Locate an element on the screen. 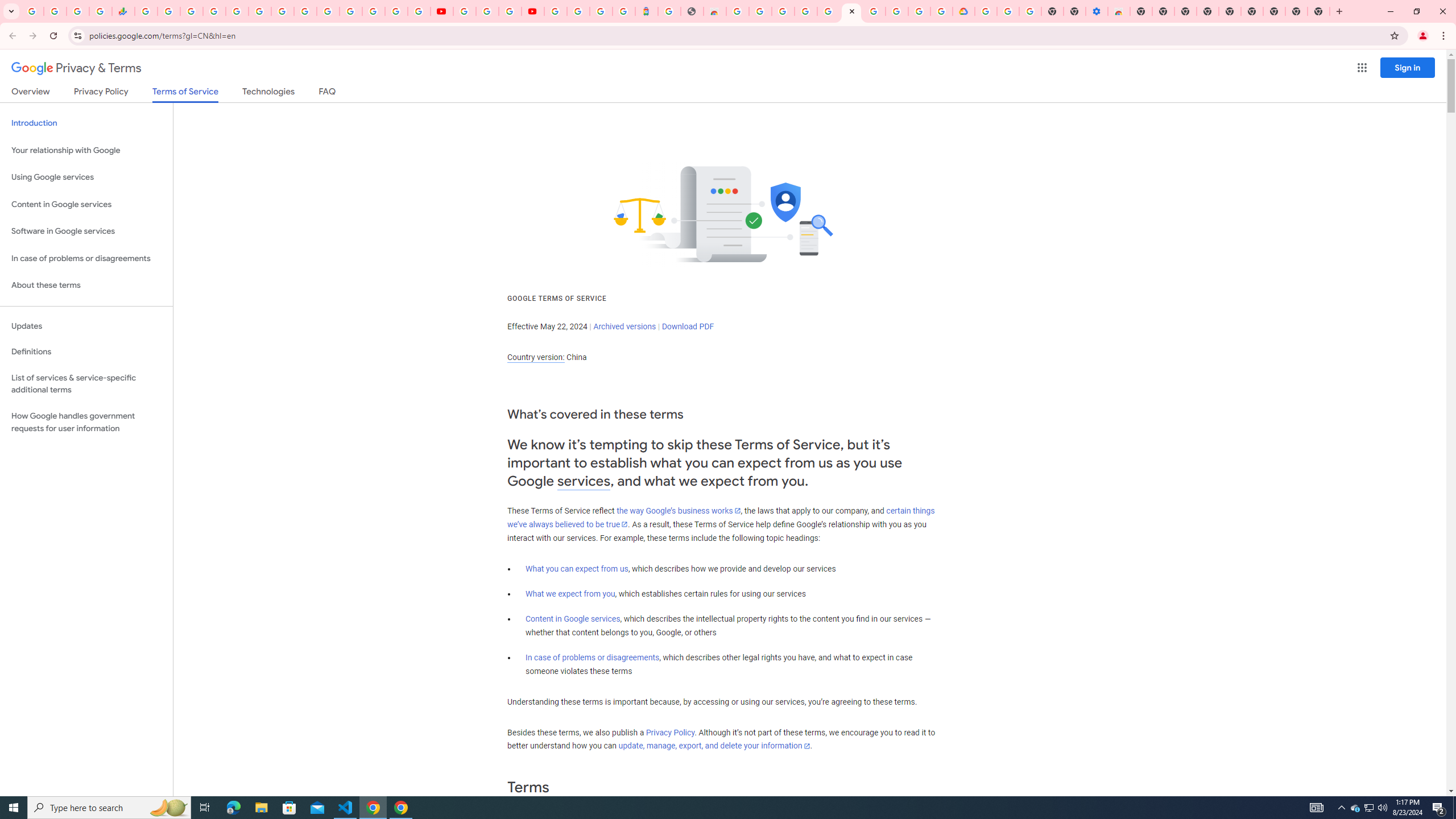 The image size is (1456, 819). 'Settings - Accessibility' is located at coordinates (1096, 11).